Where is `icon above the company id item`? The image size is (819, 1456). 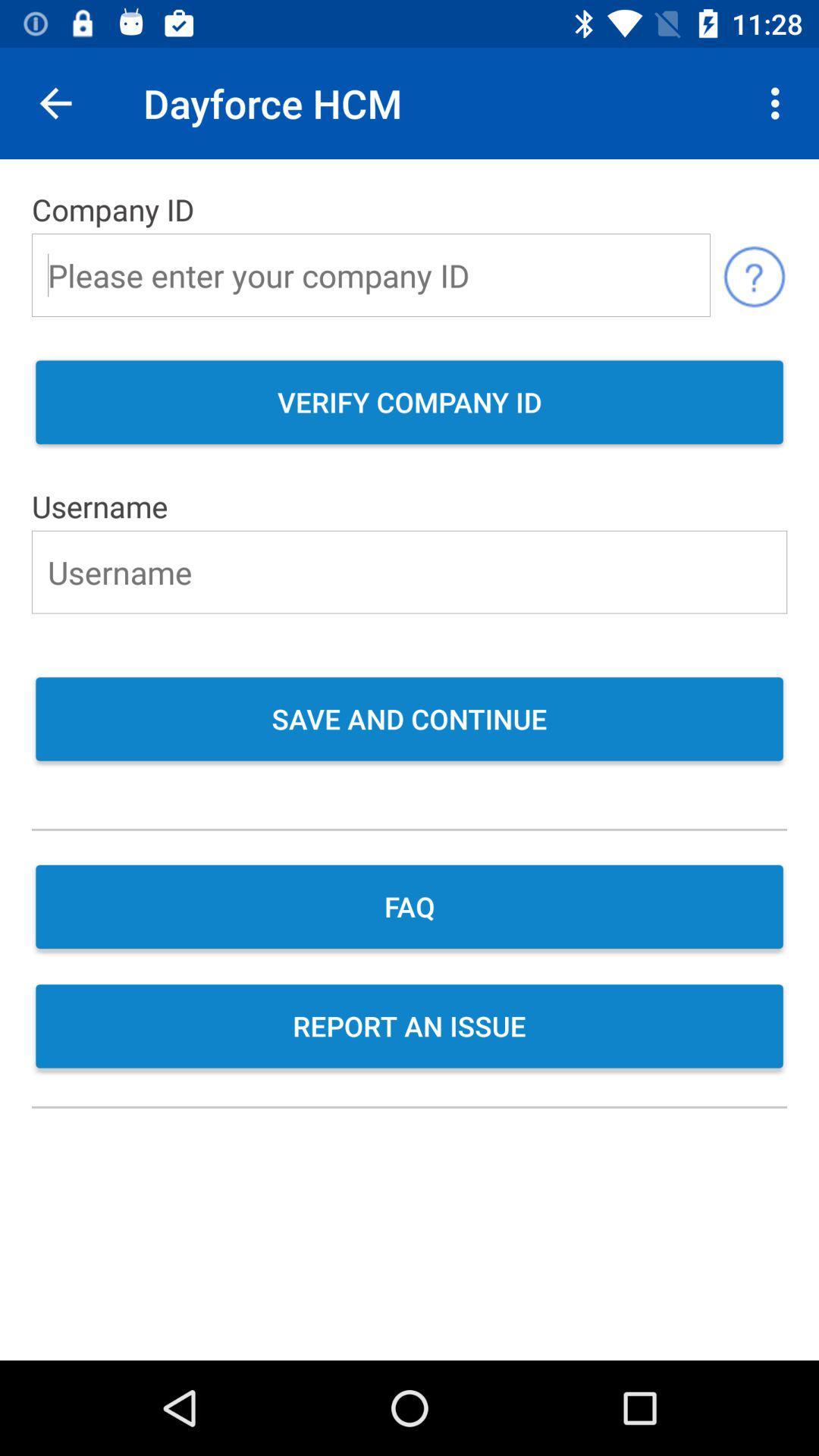
icon above the company id item is located at coordinates (55, 102).